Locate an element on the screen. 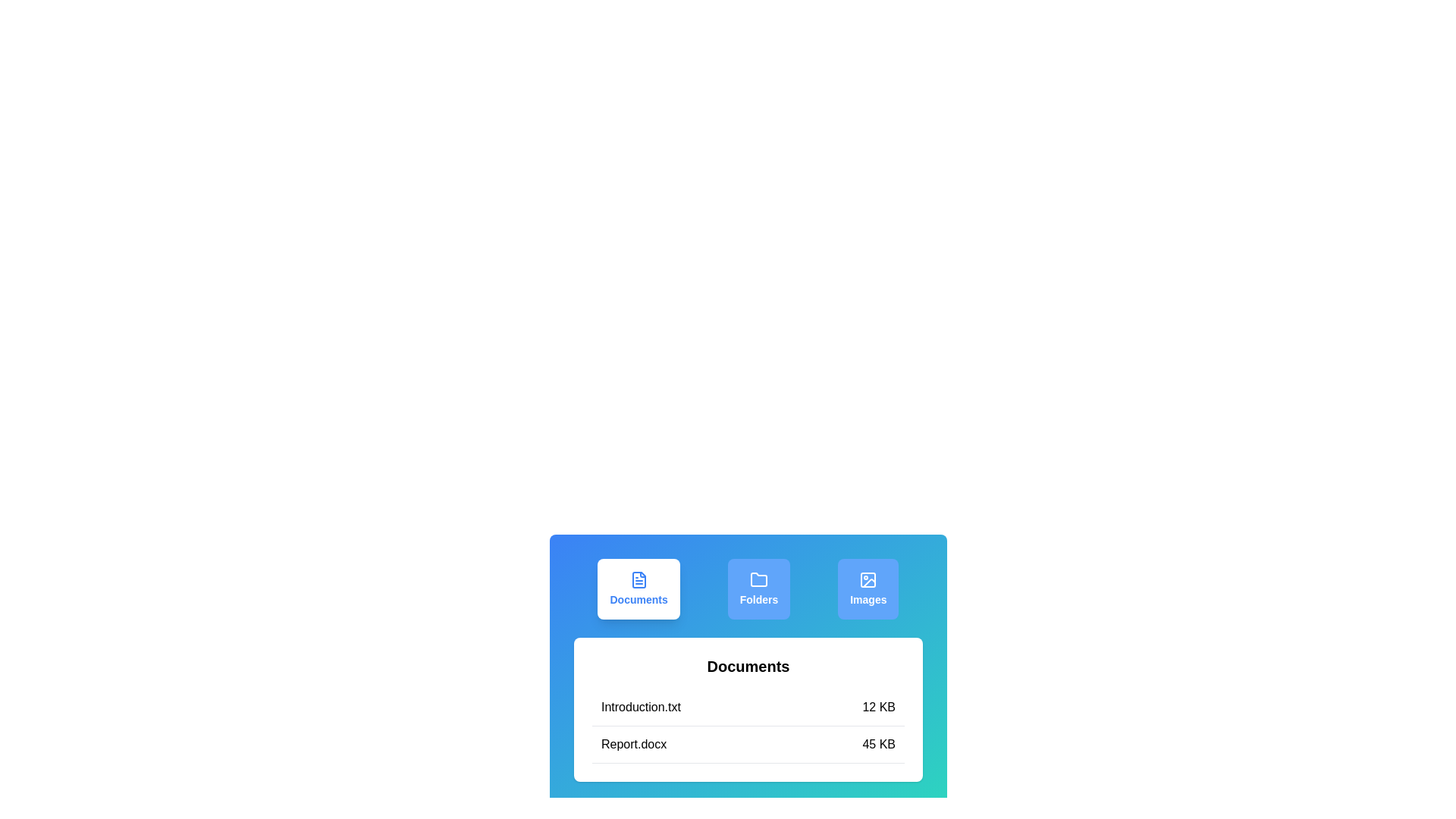 The width and height of the screenshot is (1456, 819). the 'Introduction.txt' file name in the first row of the file list is located at coordinates (748, 708).